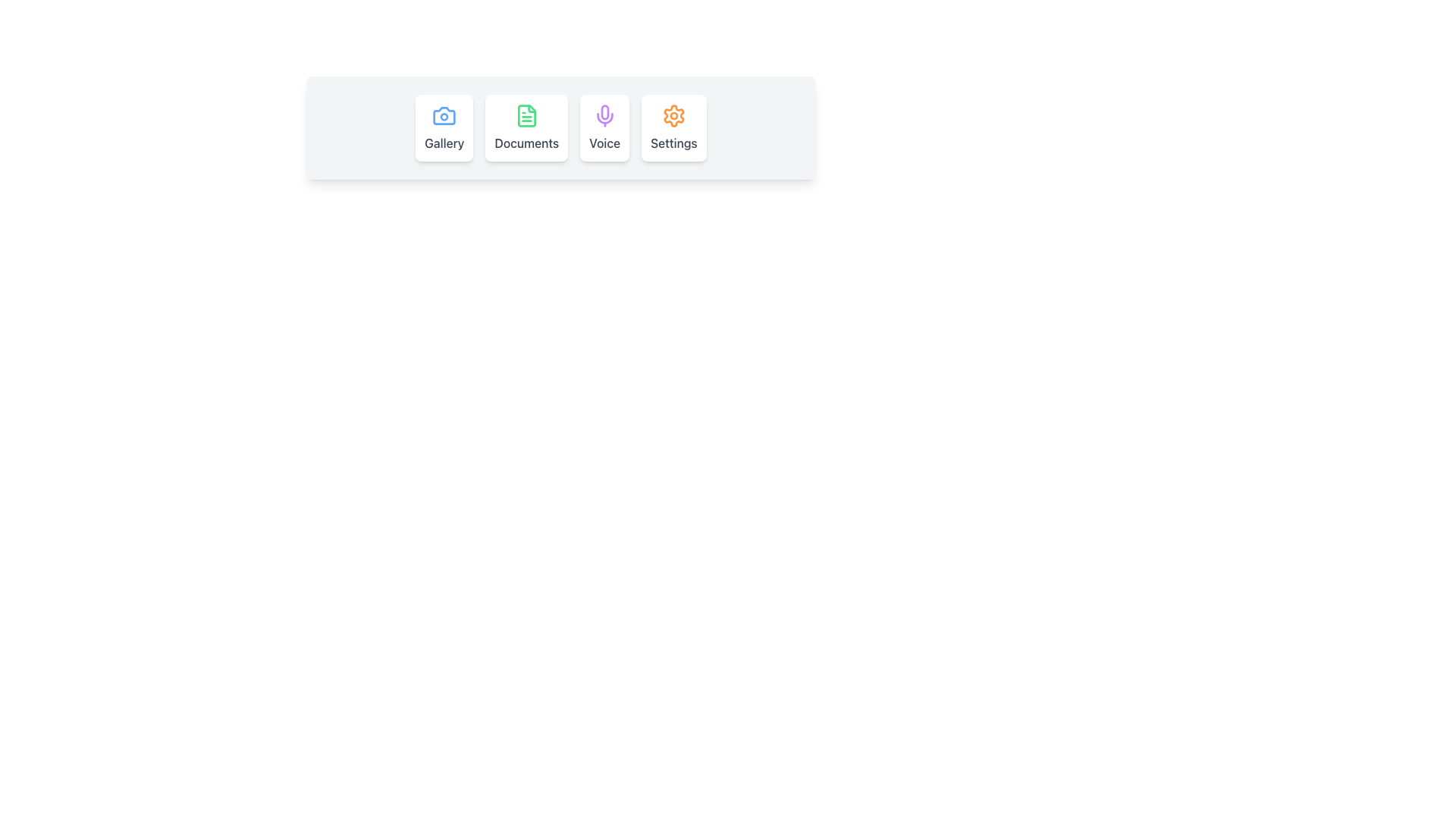 This screenshot has width=1456, height=819. I want to click on text label displaying 'Documents' located below the green document icon in the second card from the left, so click(526, 143).